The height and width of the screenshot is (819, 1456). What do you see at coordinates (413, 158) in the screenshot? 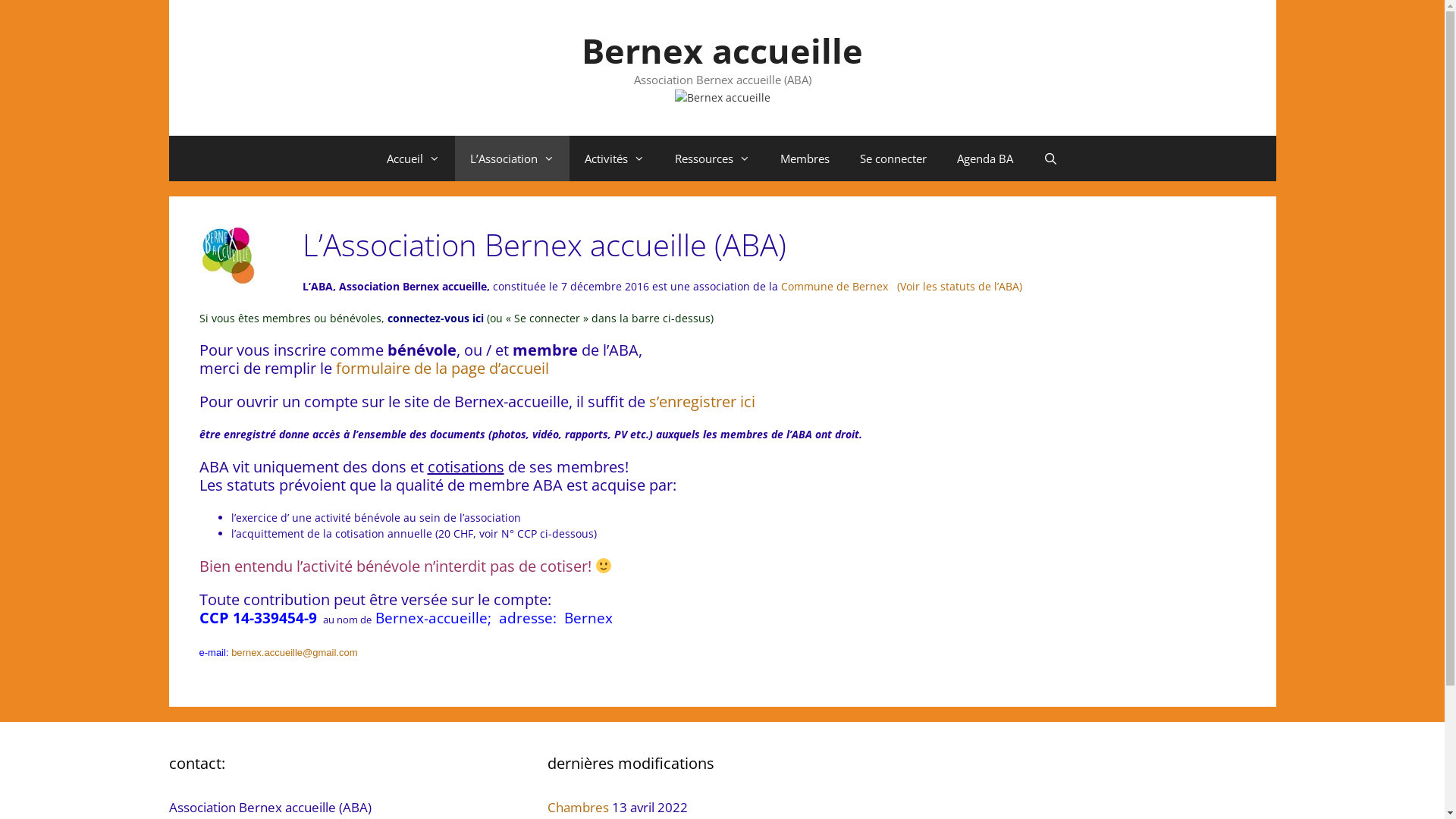
I see `'Accueil'` at bounding box center [413, 158].